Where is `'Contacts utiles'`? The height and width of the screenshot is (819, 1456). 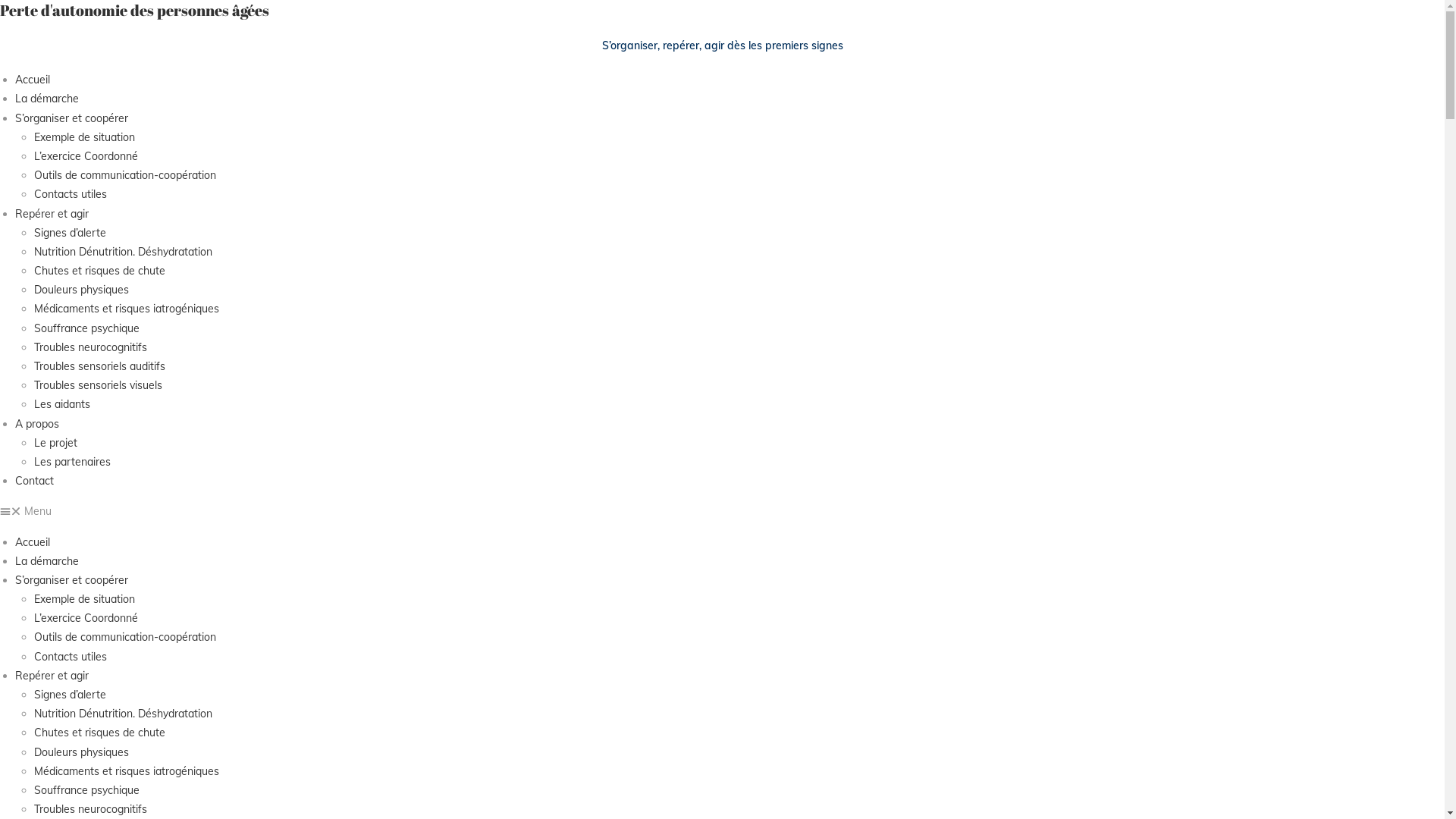 'Contacts utiles' is located at coordinates (69, 656).